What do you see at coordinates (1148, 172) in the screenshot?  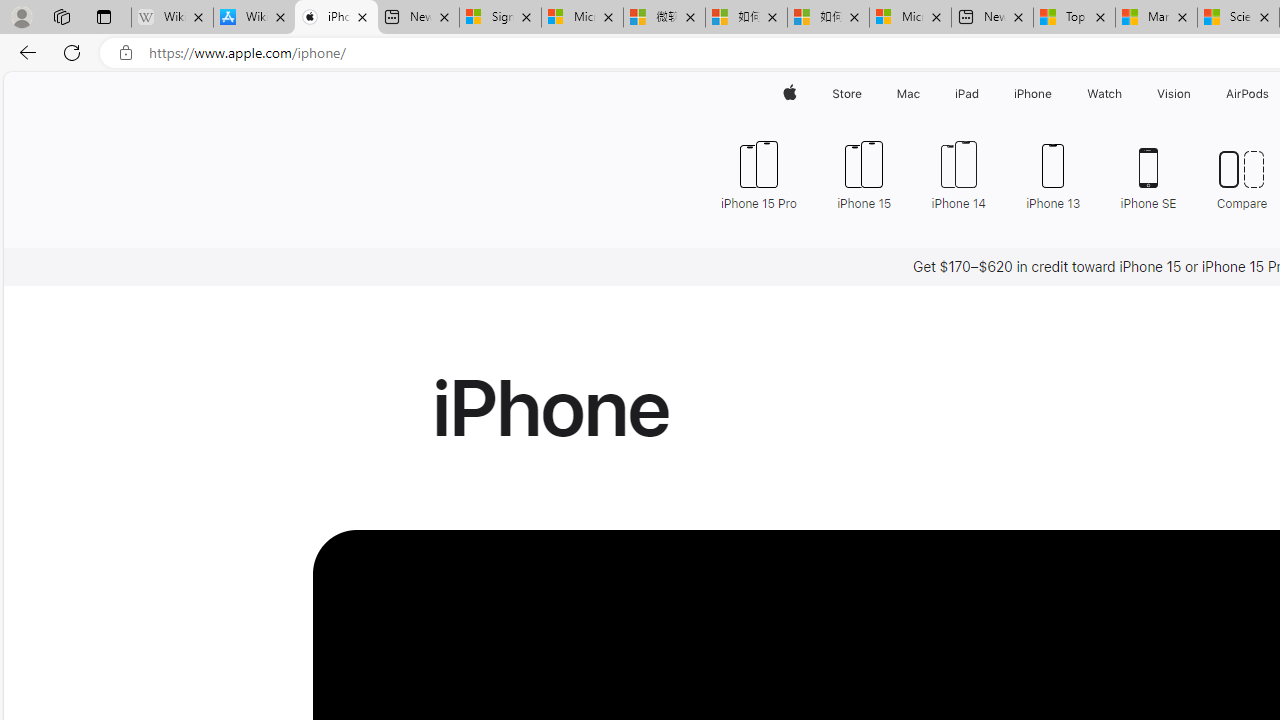 I see `'iPhone SE'` at bounding box center [1148, 172].